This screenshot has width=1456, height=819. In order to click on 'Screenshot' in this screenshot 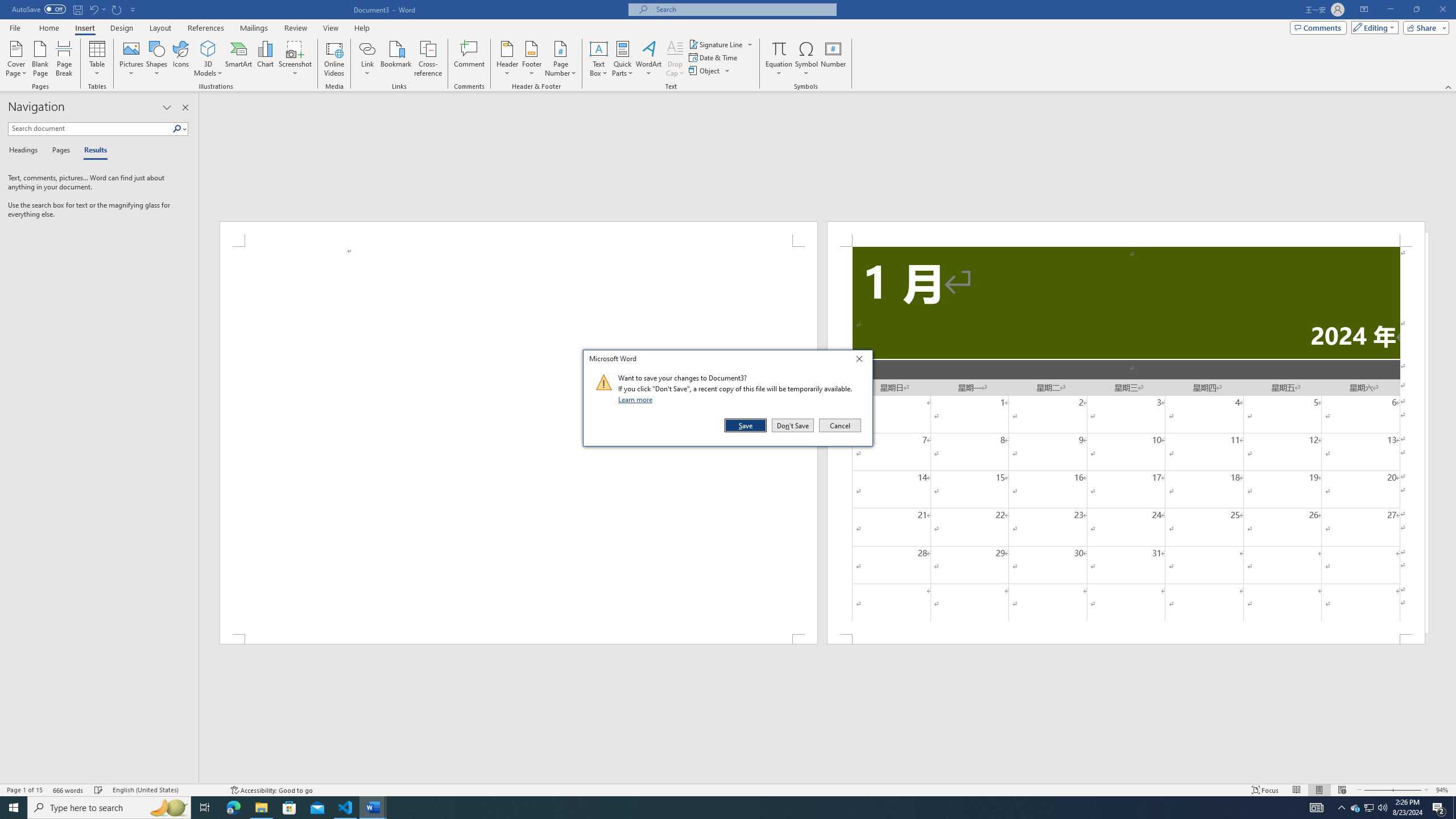, I will do `click(295, 59)`.